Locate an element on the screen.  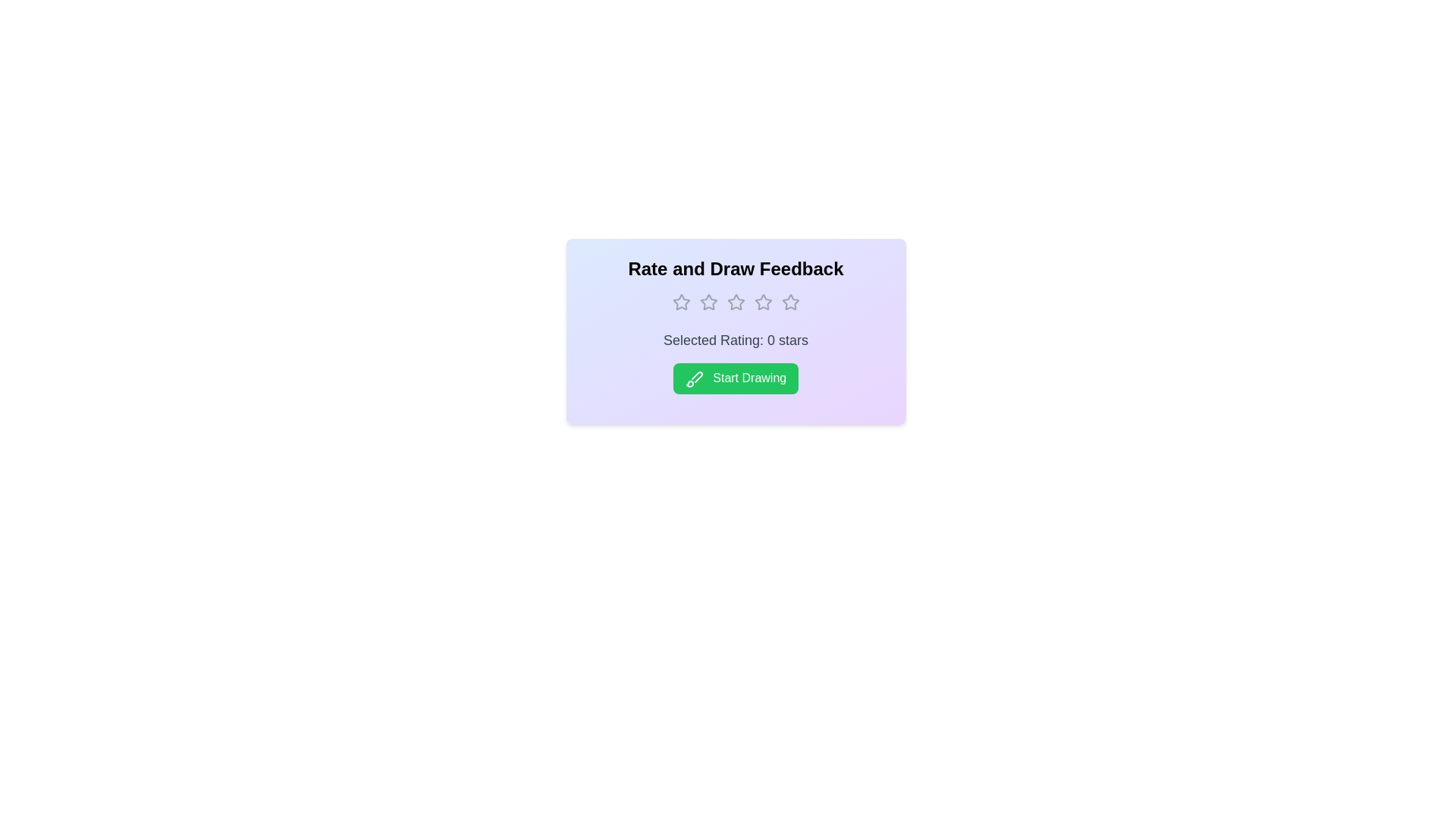
the rating to 4 stars by clicking on the corresponding star is located at coordinates (763, 302).